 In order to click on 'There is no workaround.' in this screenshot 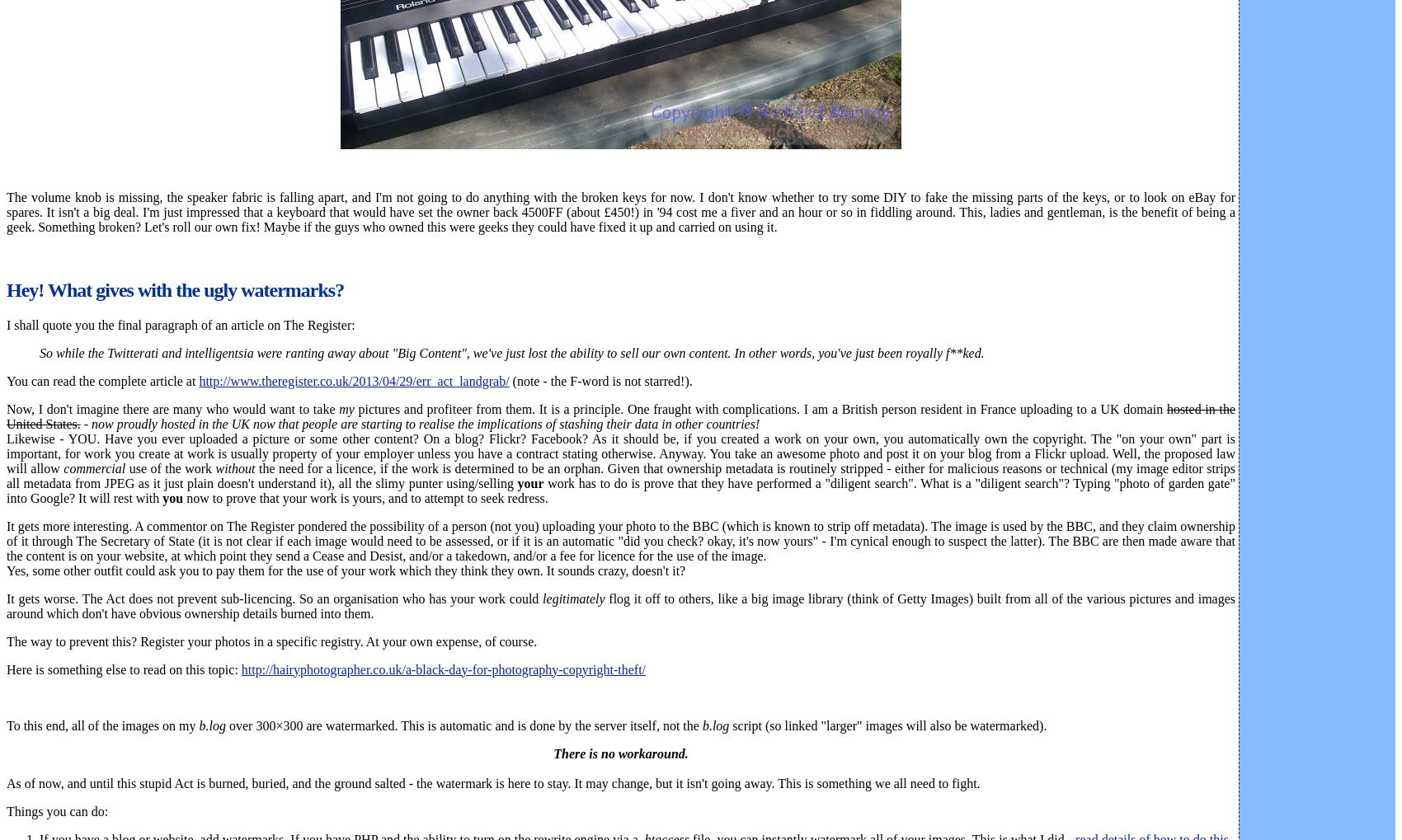, I will do `click(619, 753)`.